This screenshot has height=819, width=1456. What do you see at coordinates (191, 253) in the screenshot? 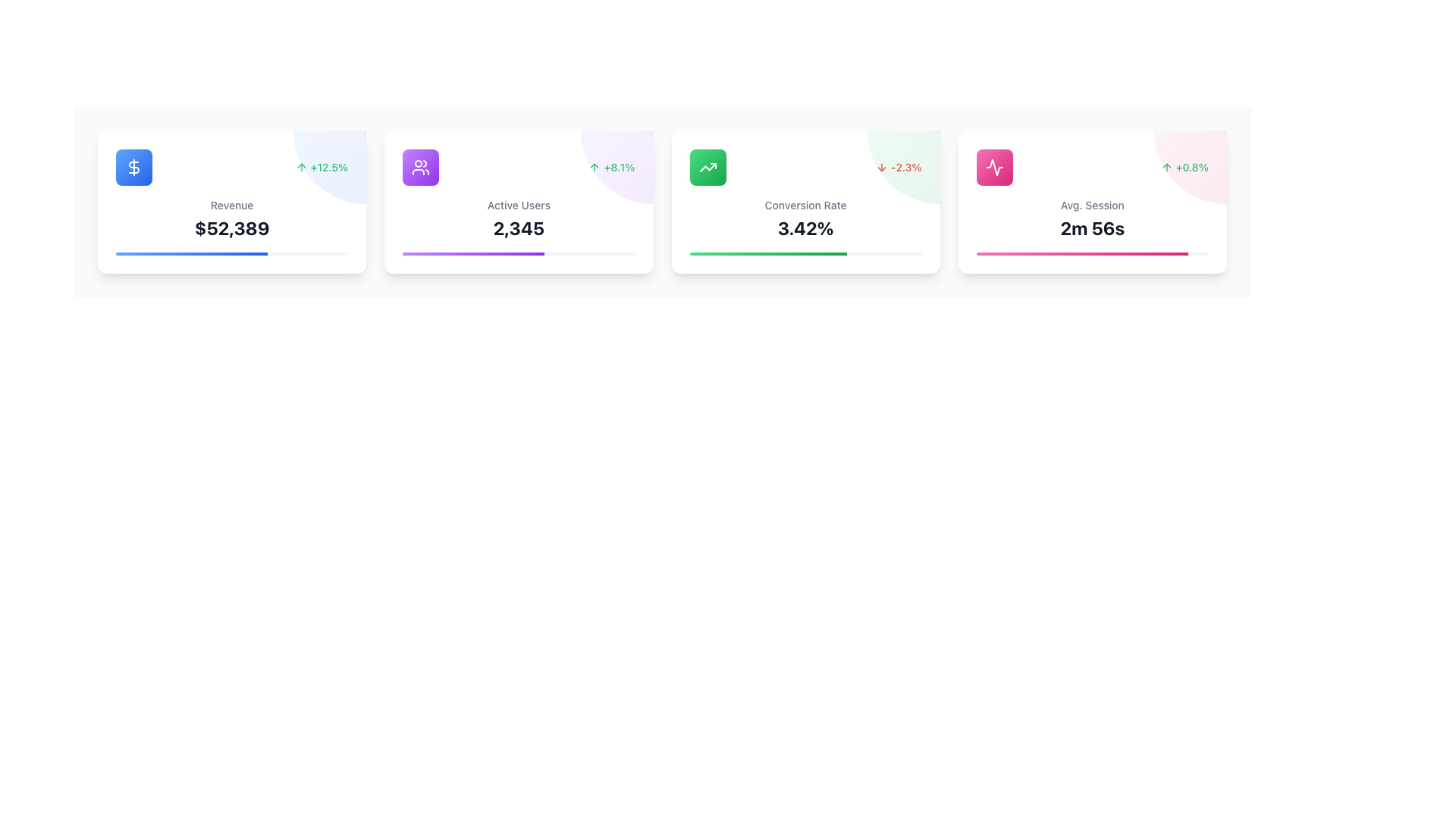
I see `the visual representation of progress on the progress bar segment located inside the white card titled 'Revenue' in the first column of the grid layout` at bounding box center [191, 253].